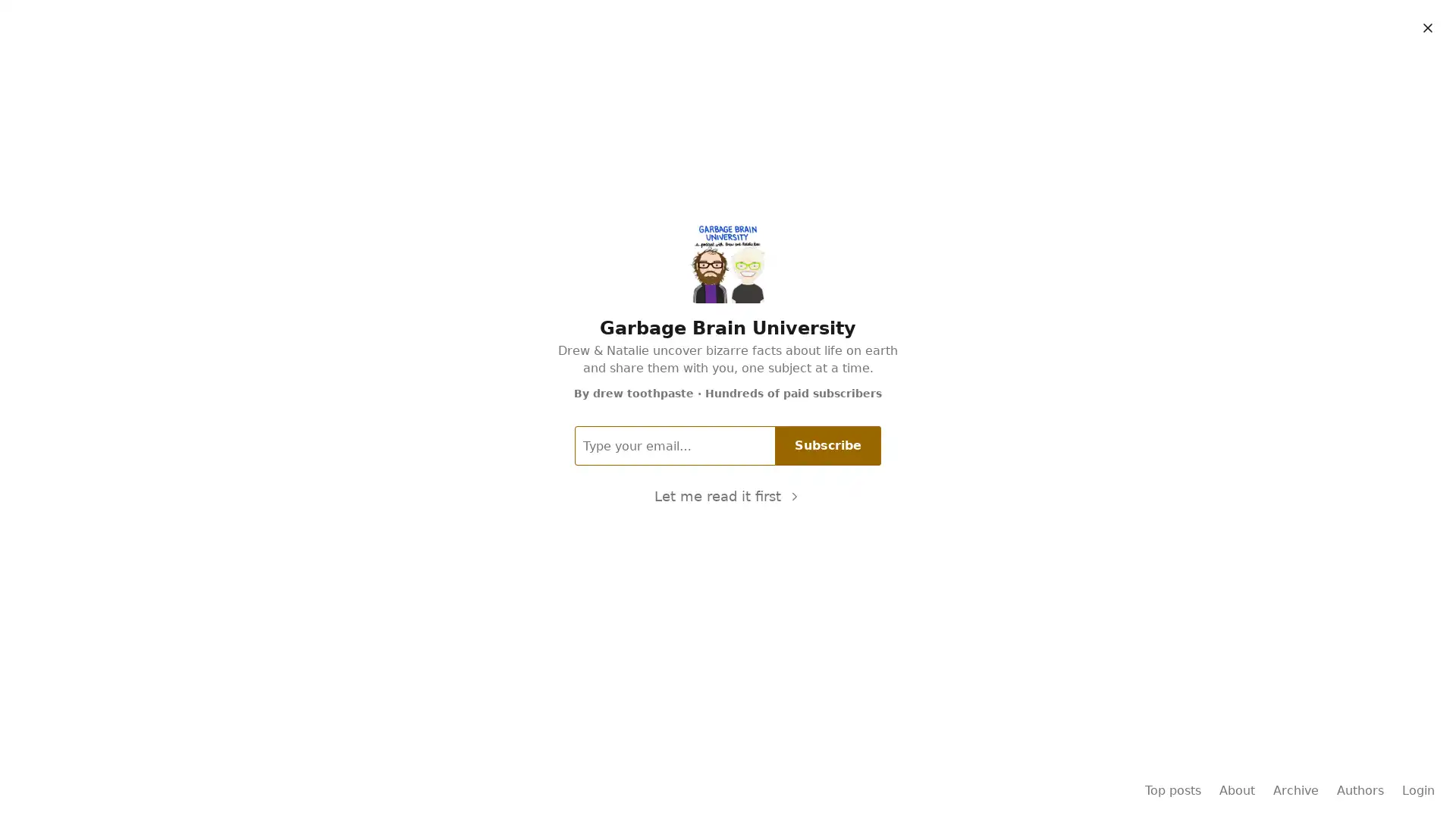 Image resolution: width=1456 pixels, height=819 pixels. I want to click on 11, so click(935, 233).